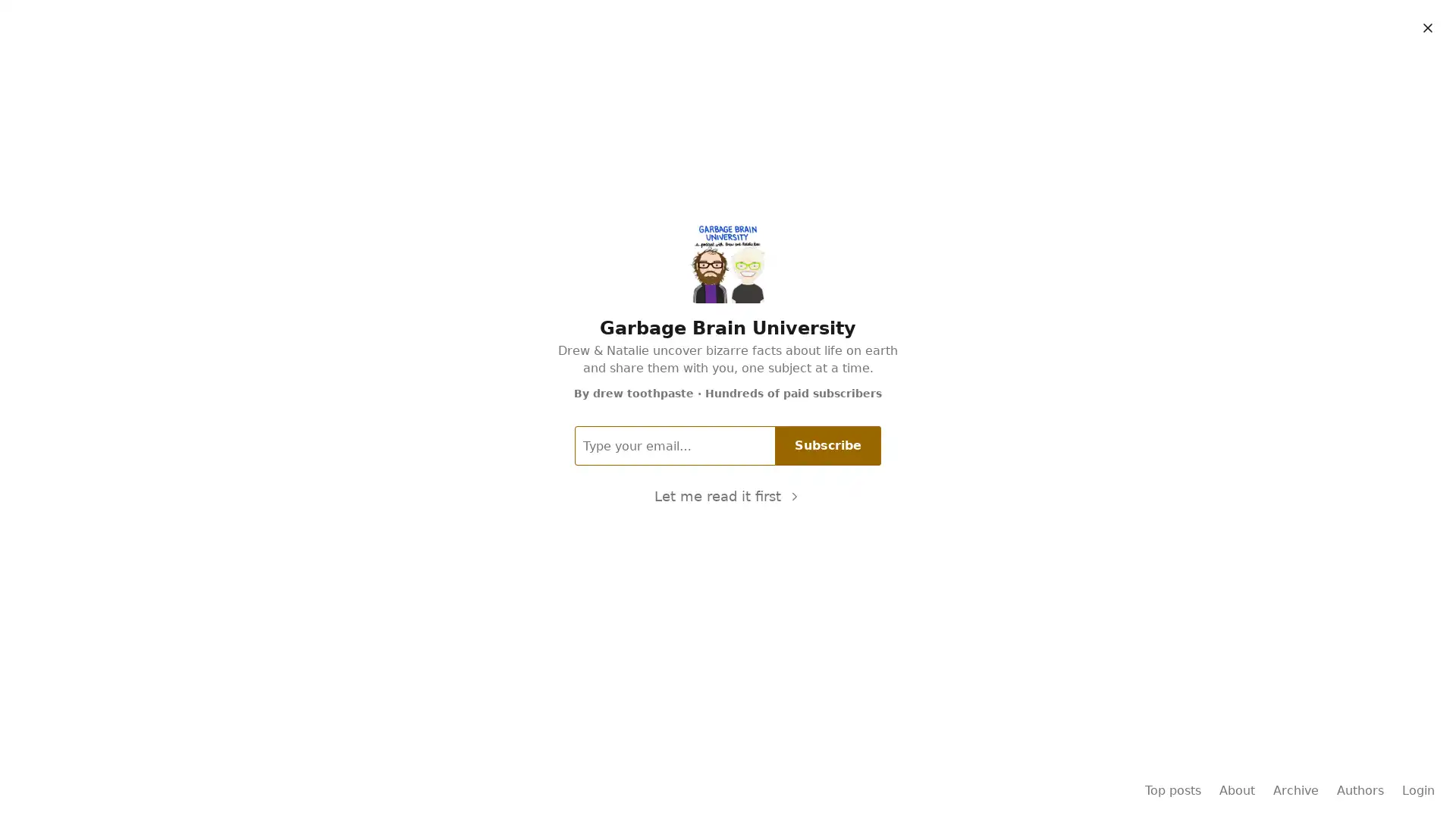 Image resolution: width=1456 pixels, height=819 pixels. I want to click on 11, so click(935, 233).